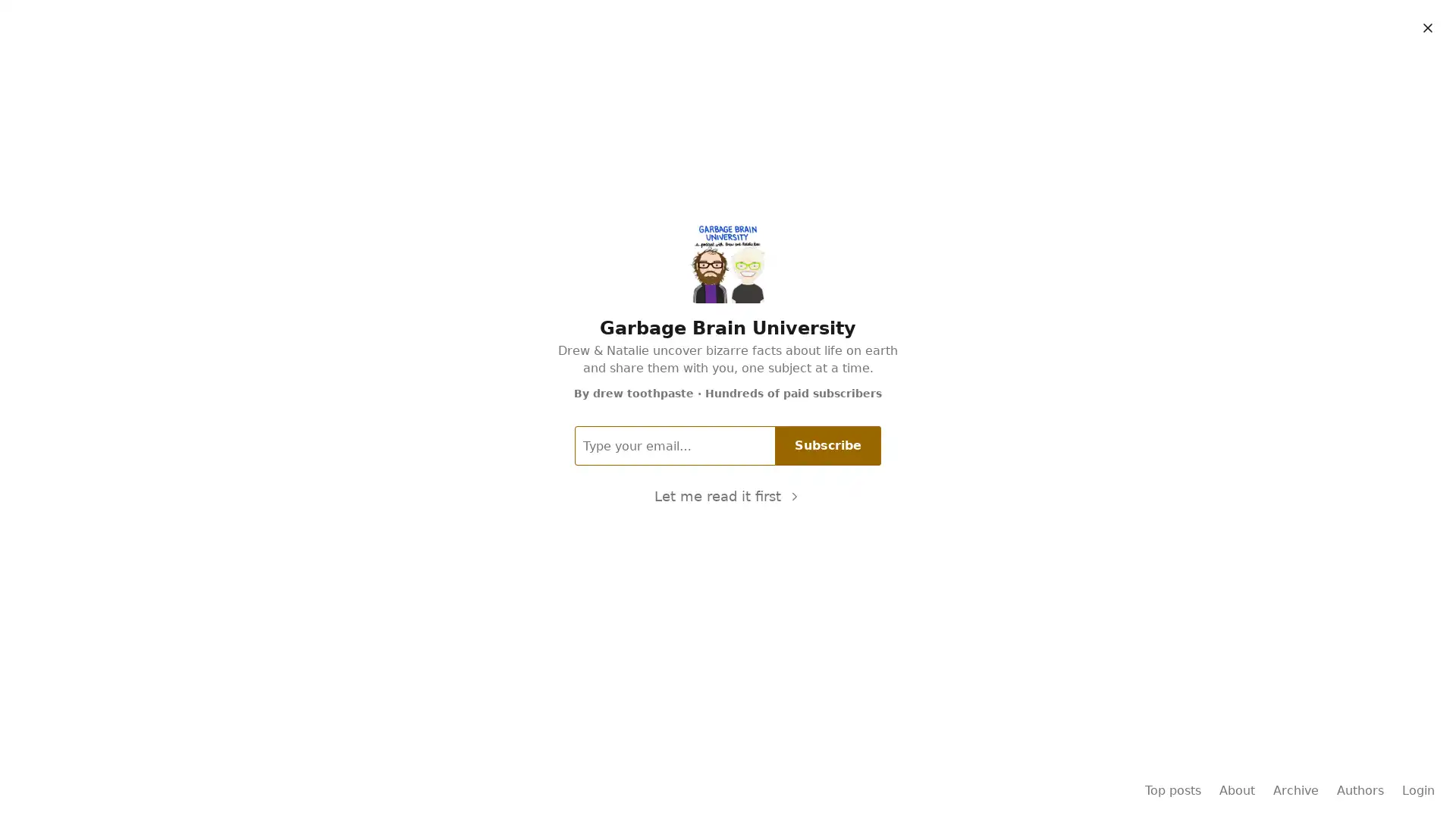 Image resolution: width=1456 pixels, height=819 pixels. I want to click on 11, so click(935, 233).